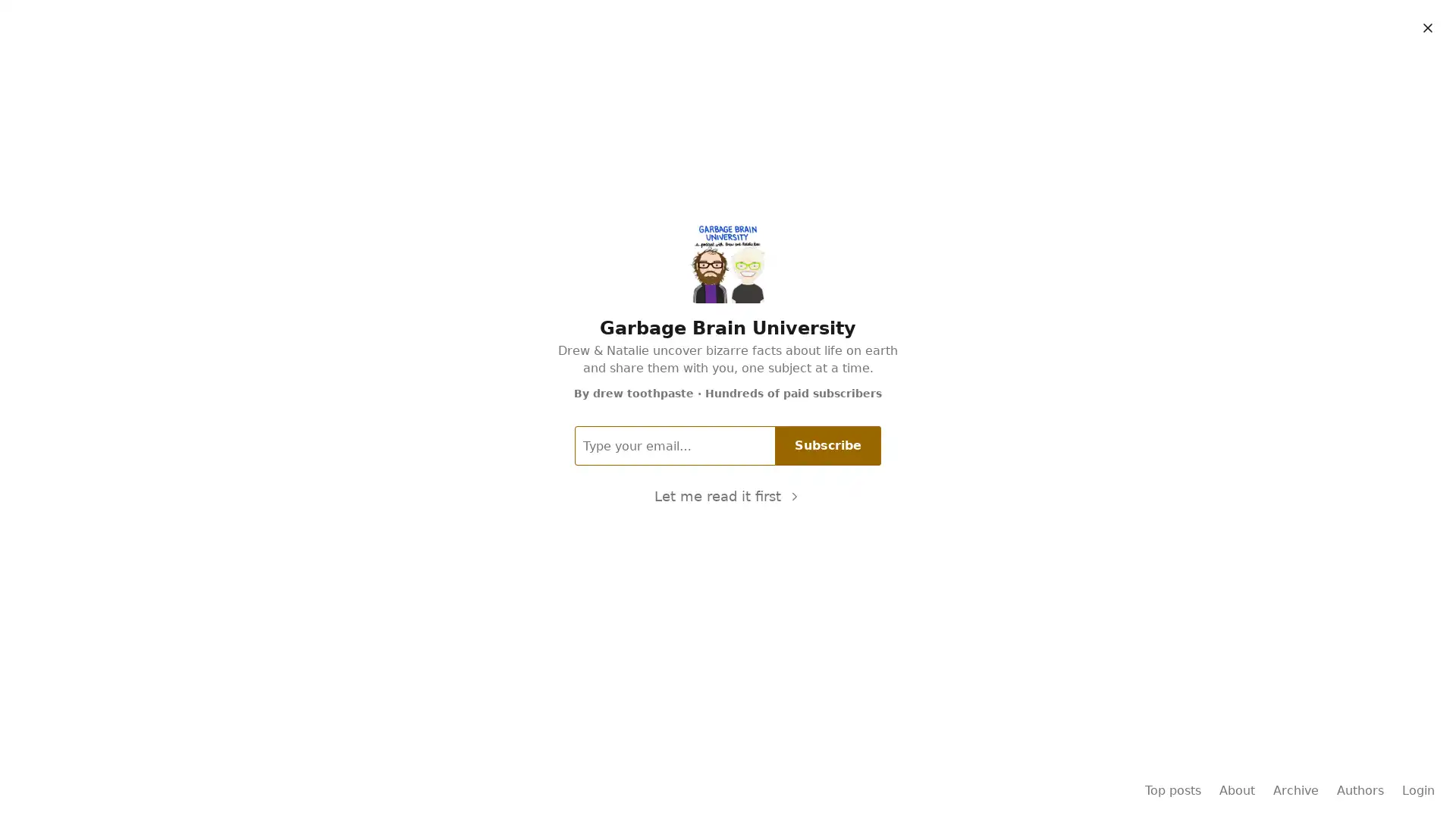 Image resolution: width=1456 pixels, height=819 pixels. I want to click on 11, so click(935, 233).